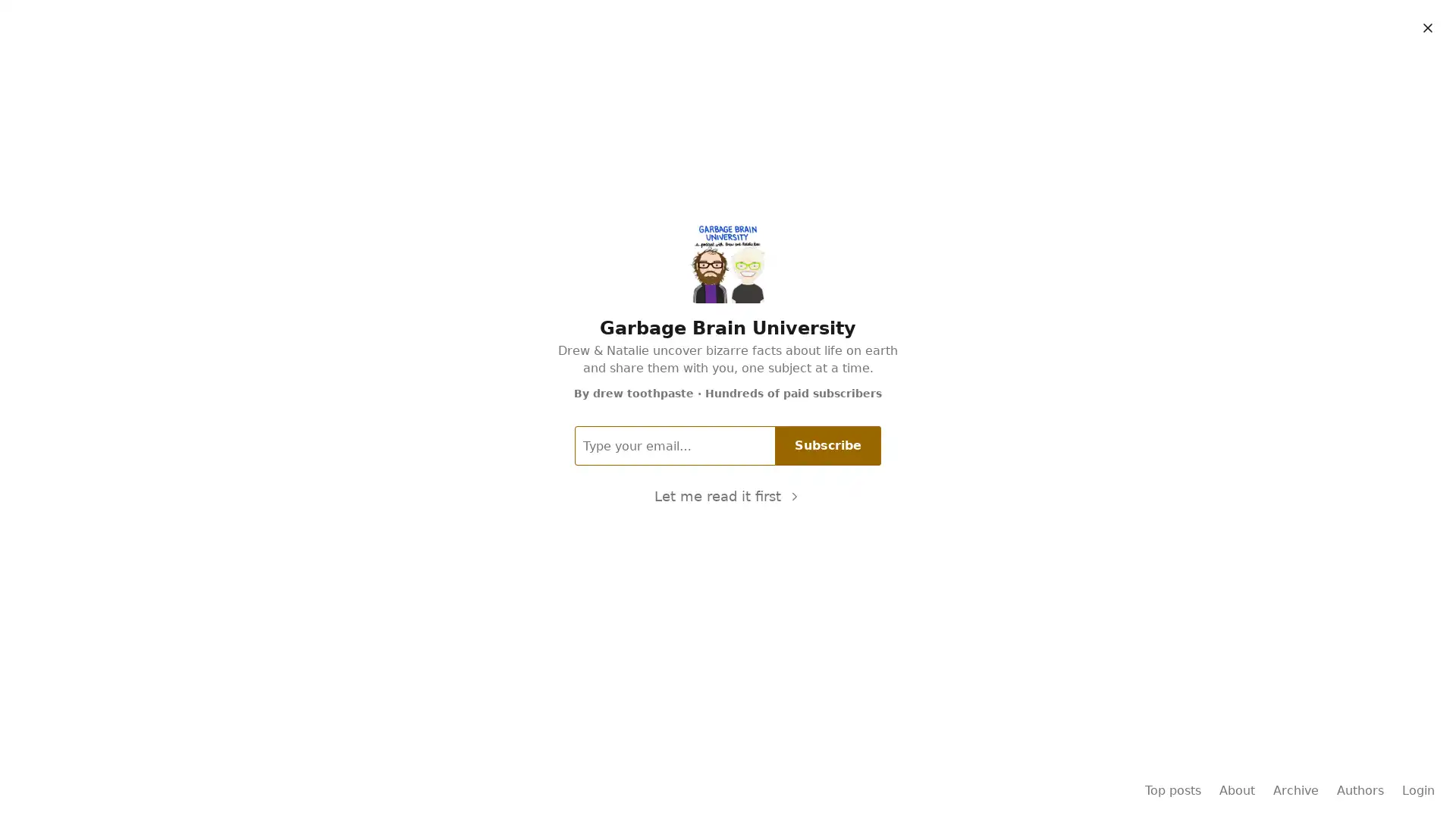 Image resolution: width=1456 pixels, height=819 pixels. I want to click on 11, so click(935, 233).